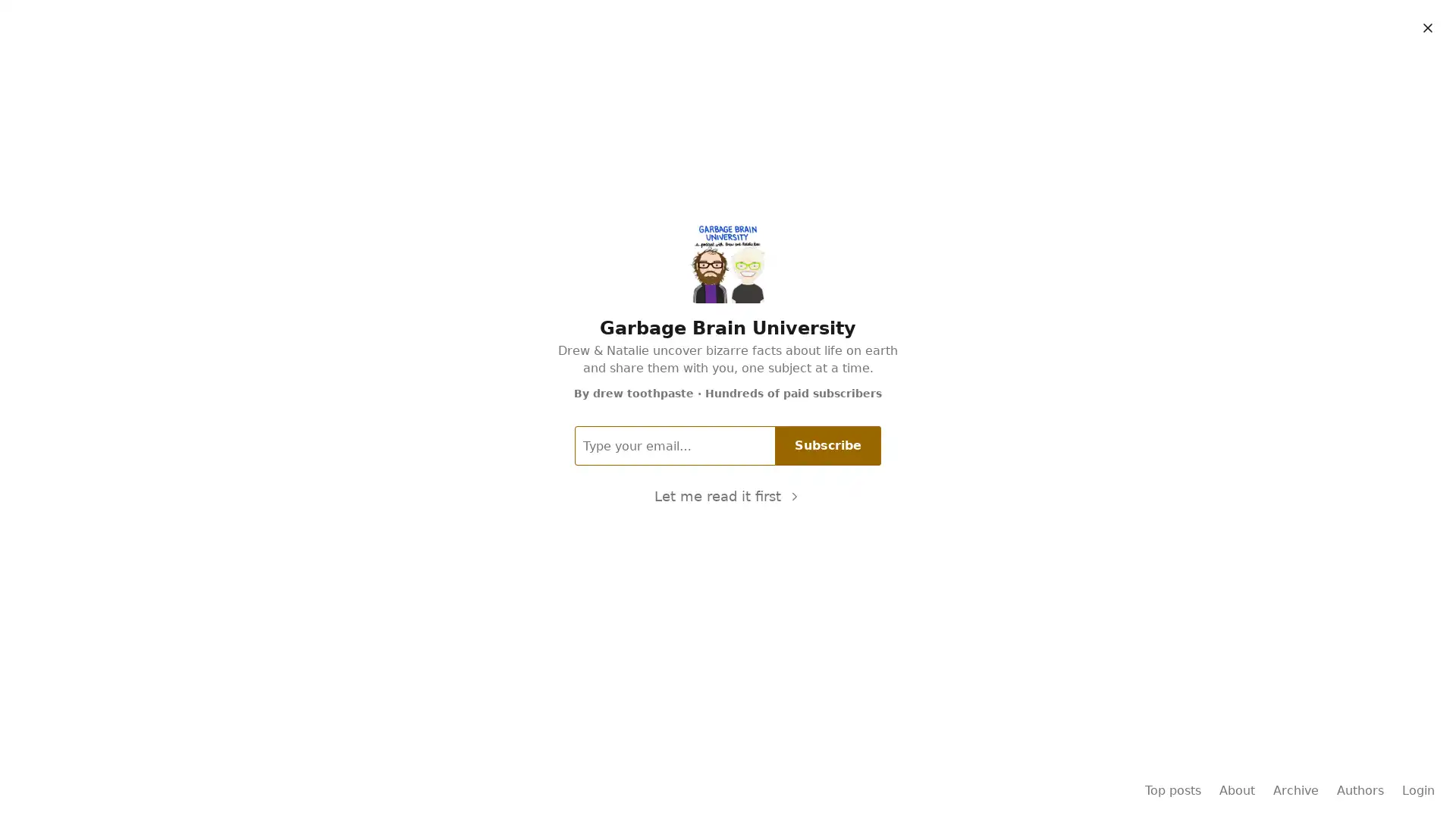 Image resolution: width=1456 pixels, height=819 pixels. I want to click on 11, so click(935, 233).